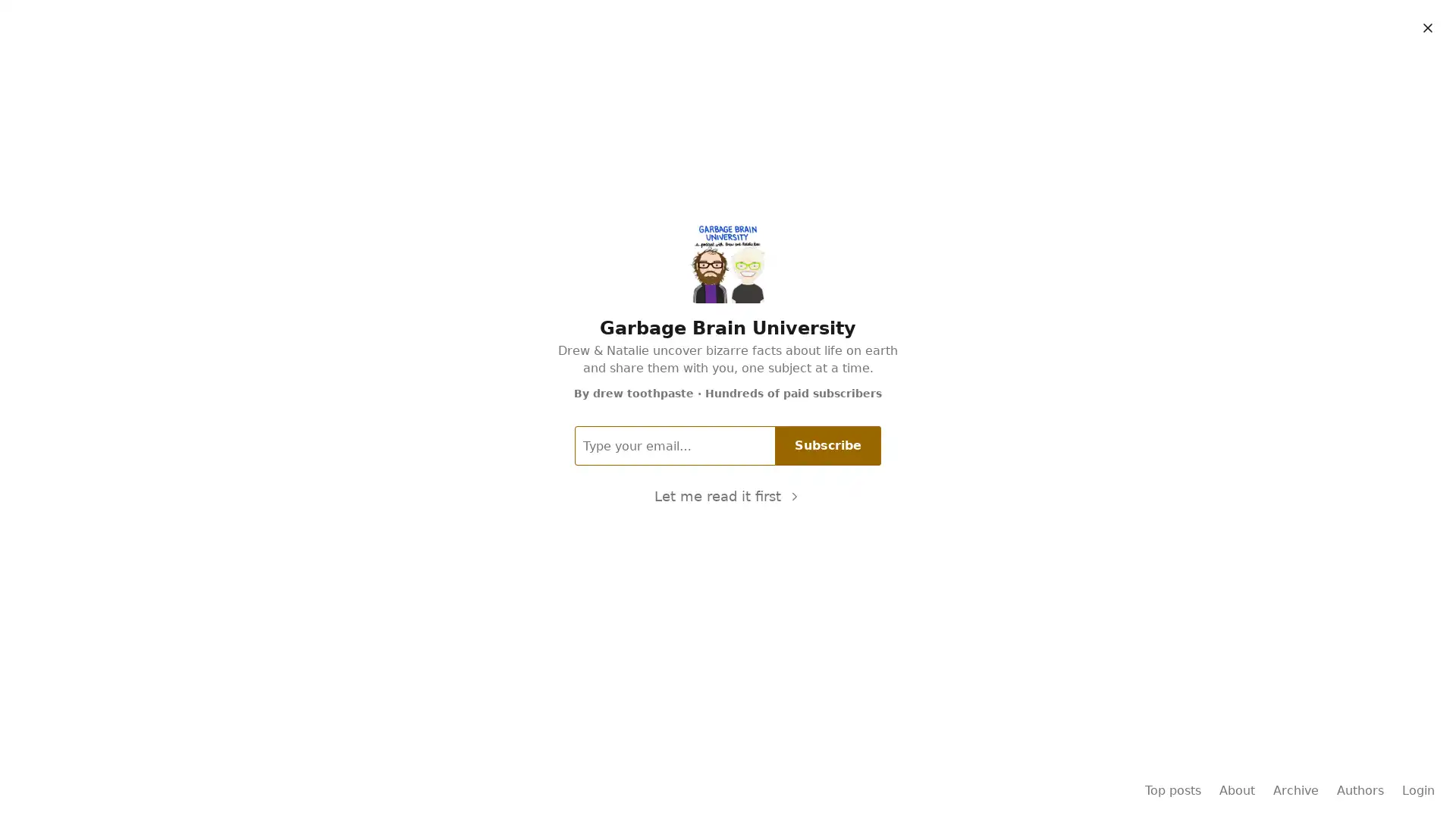 Image resolution: width=1456 pixels, height=819 pixels. I want to click on 11, so click(935, 233).